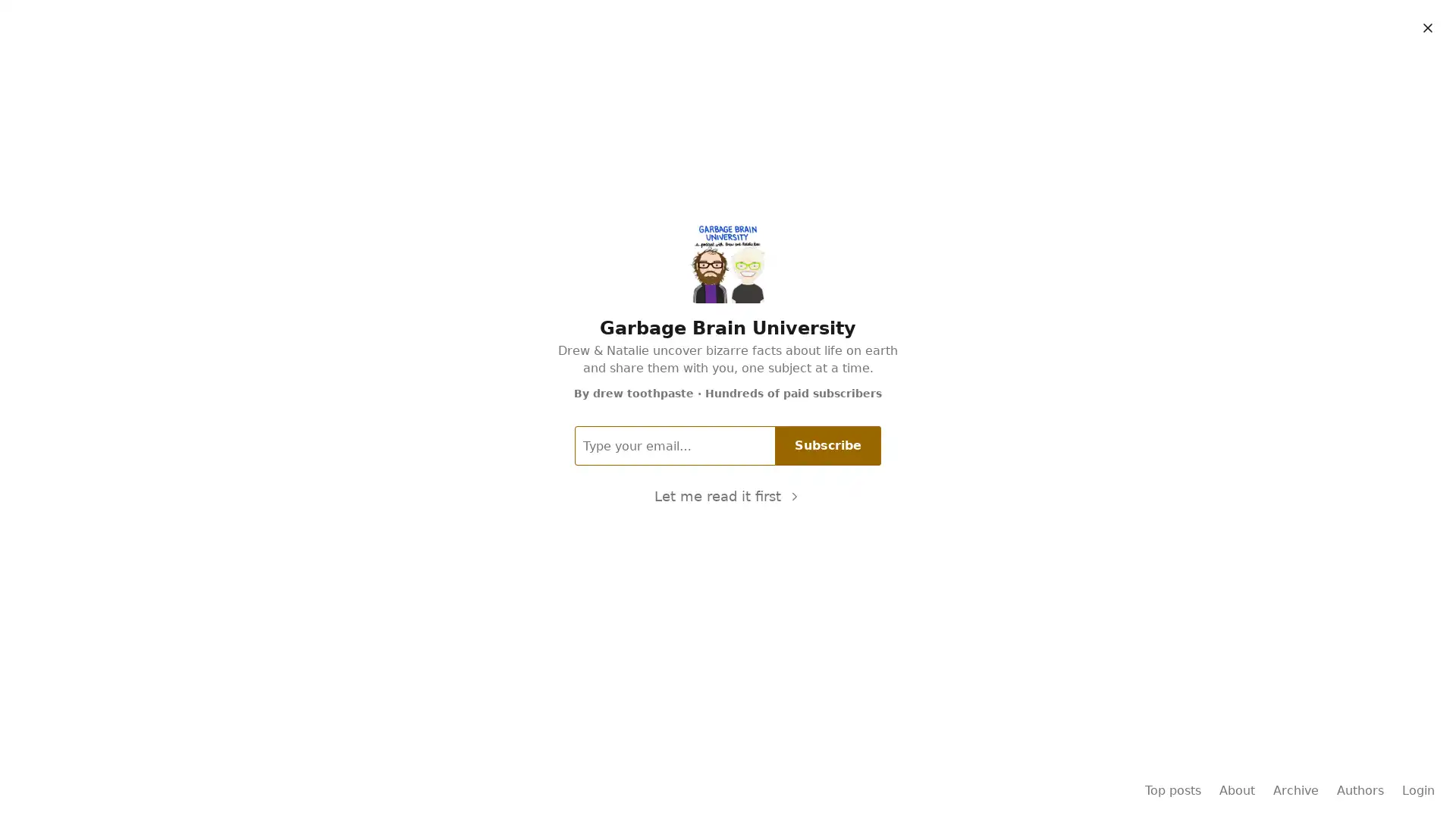 Image resolution: width=1456 pixels, height=819 pixels. I want to click on 11, so click(935, 233).